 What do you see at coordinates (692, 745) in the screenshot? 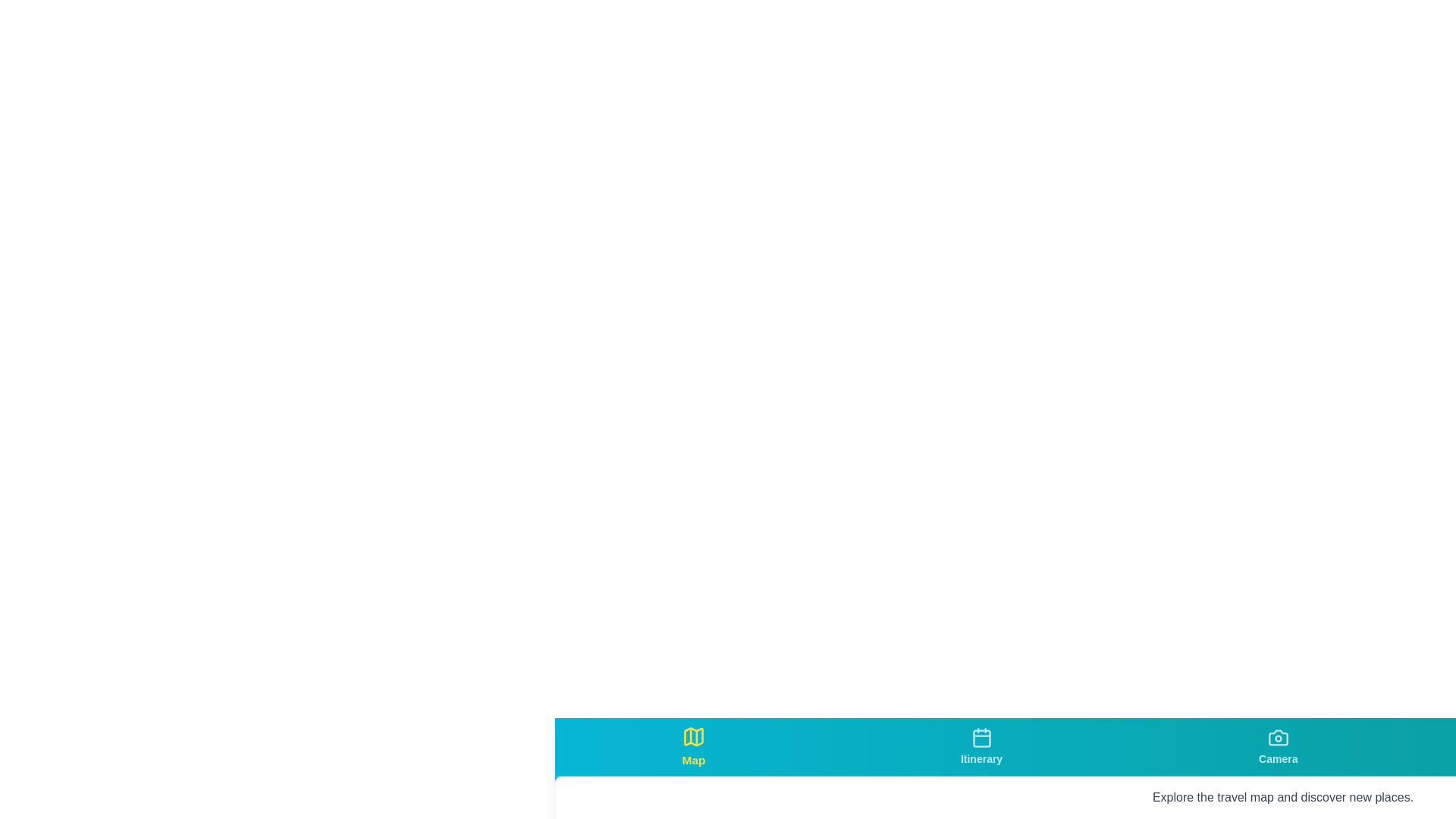
I see `the Map tab to inspect its content` at bounding box center [692, 745].